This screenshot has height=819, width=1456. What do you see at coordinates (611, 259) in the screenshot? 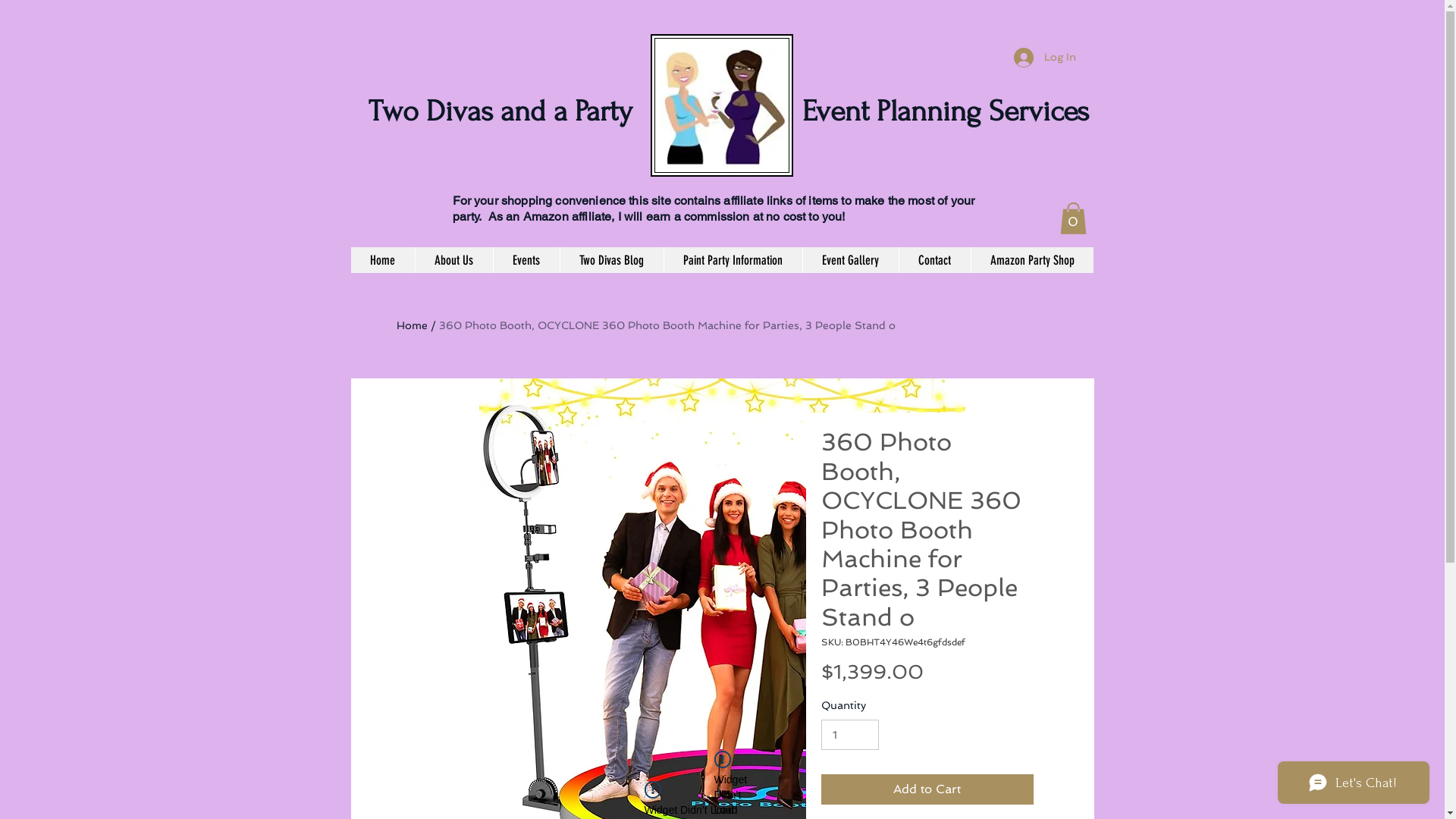
I see `'Two Divas Blog'` at bounding box center [611, 259].